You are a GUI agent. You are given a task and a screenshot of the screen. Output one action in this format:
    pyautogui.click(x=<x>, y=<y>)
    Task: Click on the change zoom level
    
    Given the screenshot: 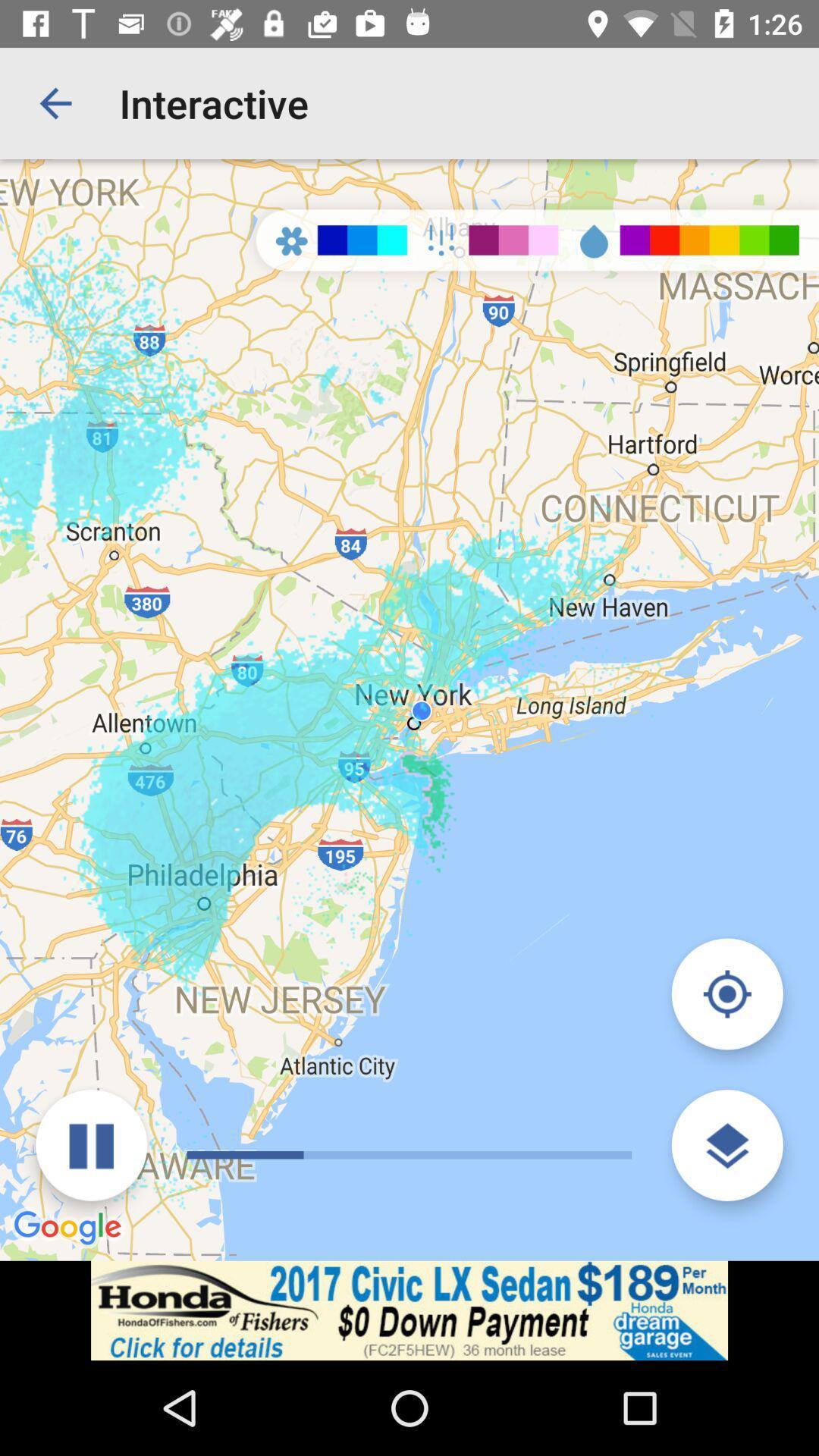 What is the action you would take?
    pyautogui.click(x=726, y=1145)
    